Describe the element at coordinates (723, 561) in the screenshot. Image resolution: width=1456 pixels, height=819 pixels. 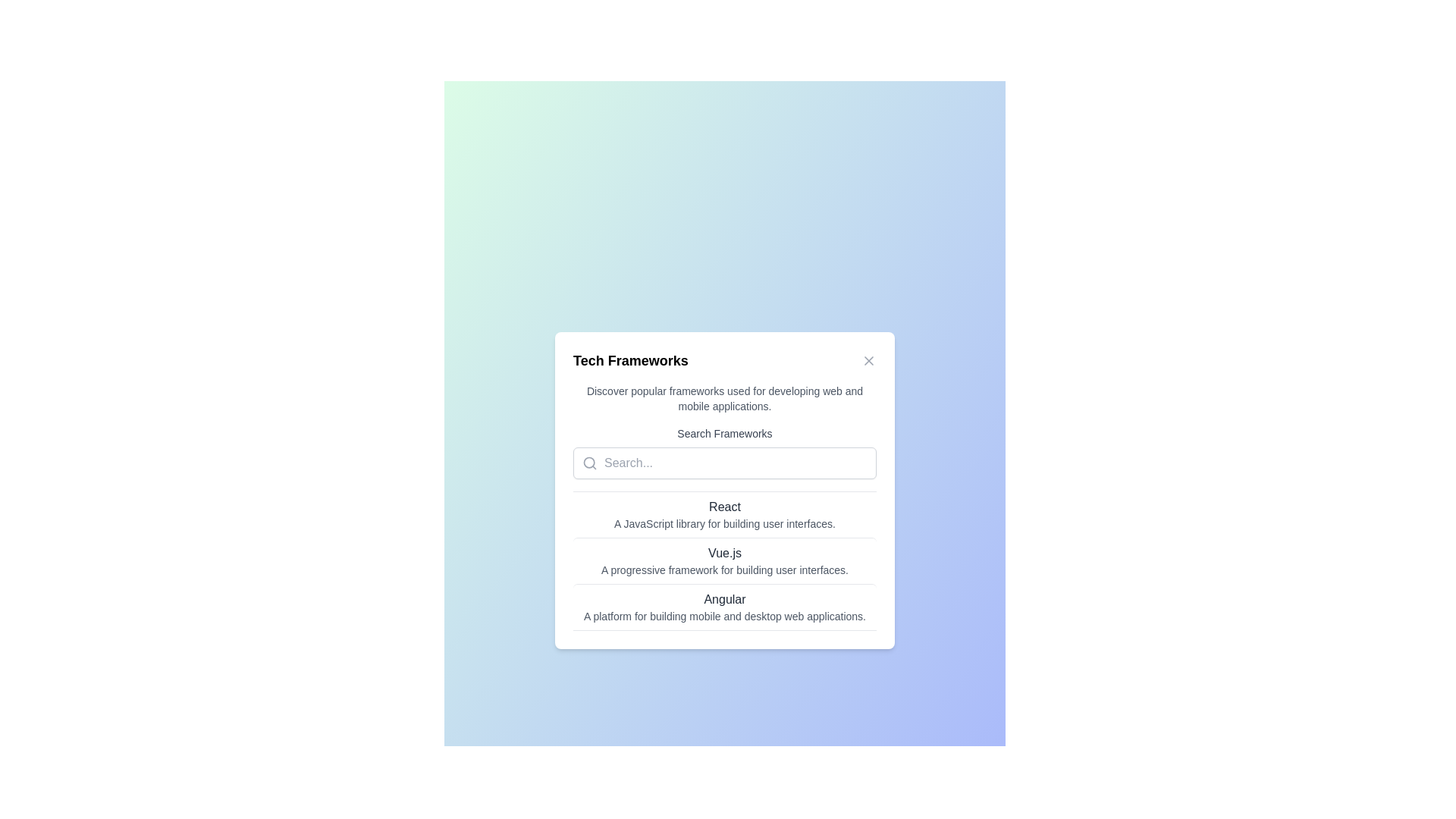
I see `the second row displaying information about the 'Vue.js' framework, which is located between the 'React' and 'Angular' entries in the 'Tech Frameworks' list` at that location.